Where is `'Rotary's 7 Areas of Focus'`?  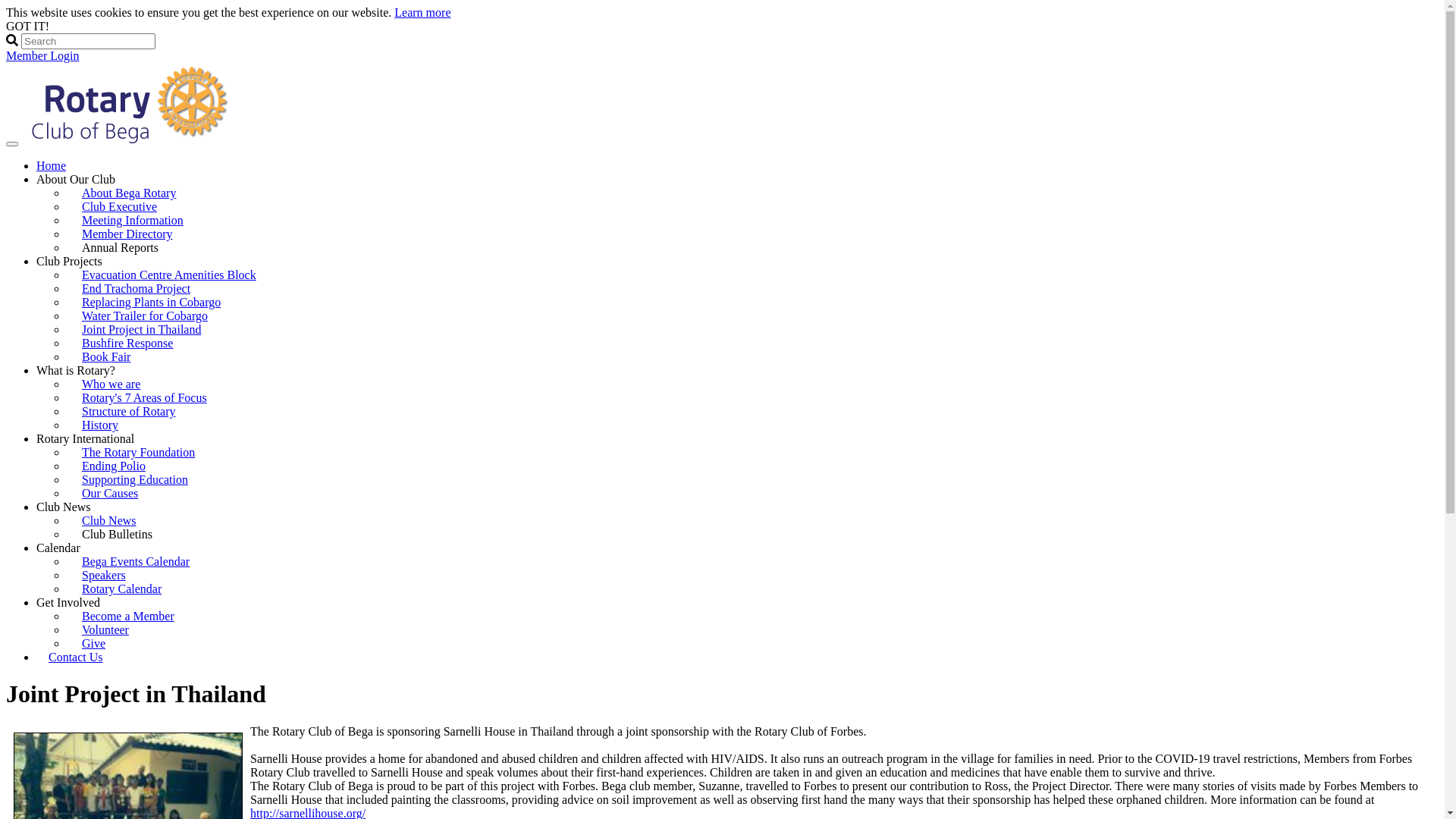 'Rotary's 7 Areas of Focus' is located at coordinates (144, 397).